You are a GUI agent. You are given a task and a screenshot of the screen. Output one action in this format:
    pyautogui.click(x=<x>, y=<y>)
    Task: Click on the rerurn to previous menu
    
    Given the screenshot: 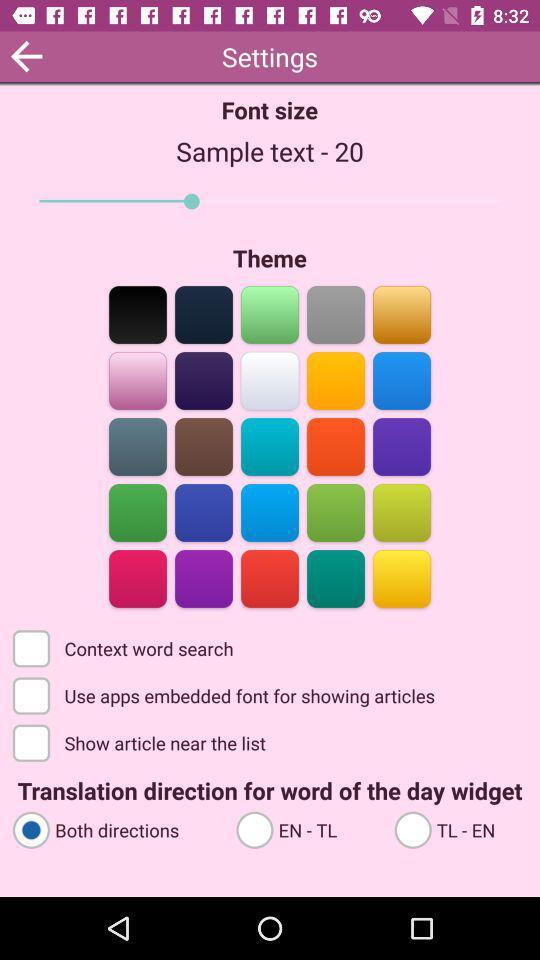 What is the action you would take?
    pyautogui.click(x=25, y=55)
    